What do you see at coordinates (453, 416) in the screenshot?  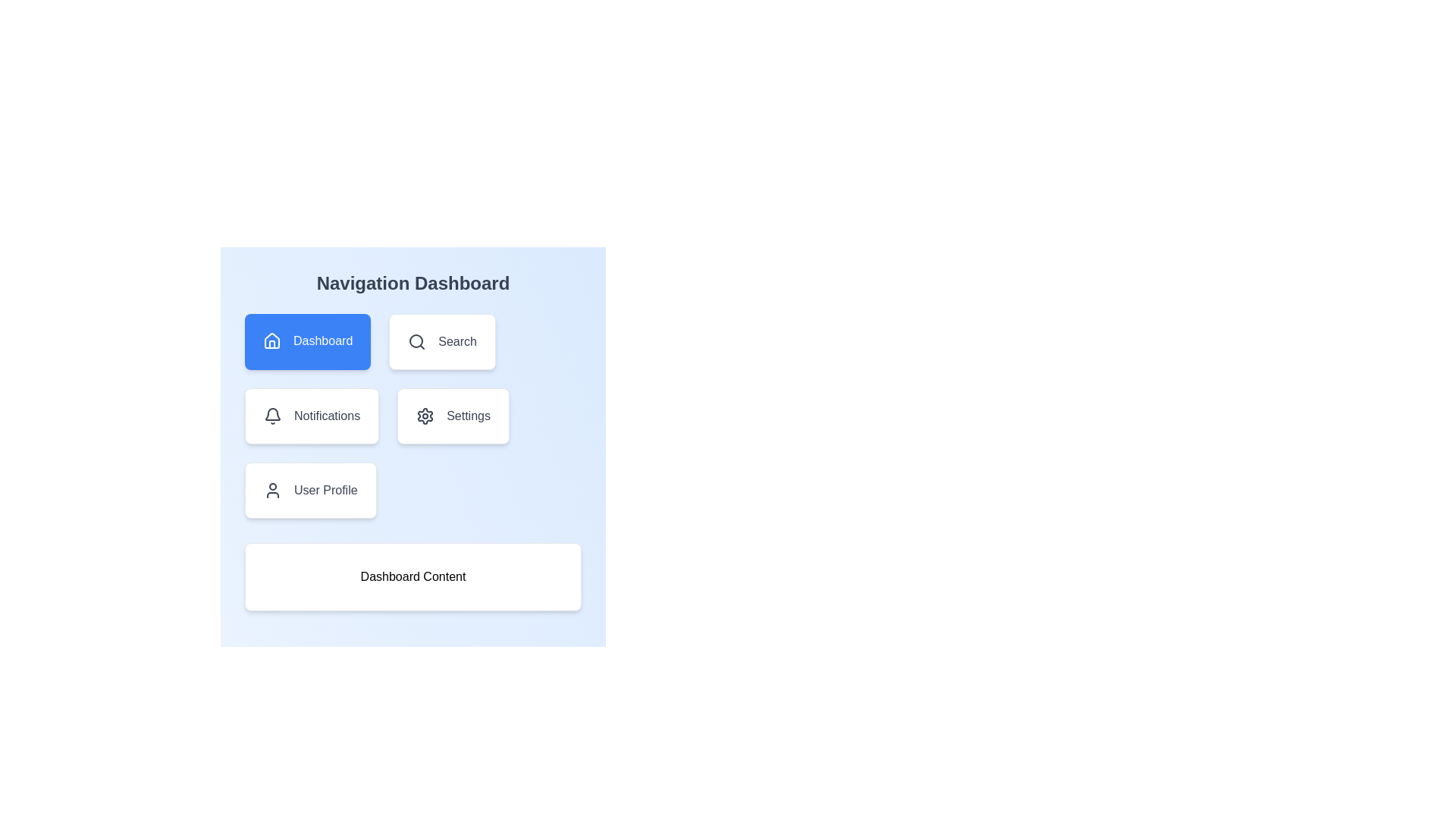 I see `the 'Settings' navigation link` at bounding box center [453, 416].